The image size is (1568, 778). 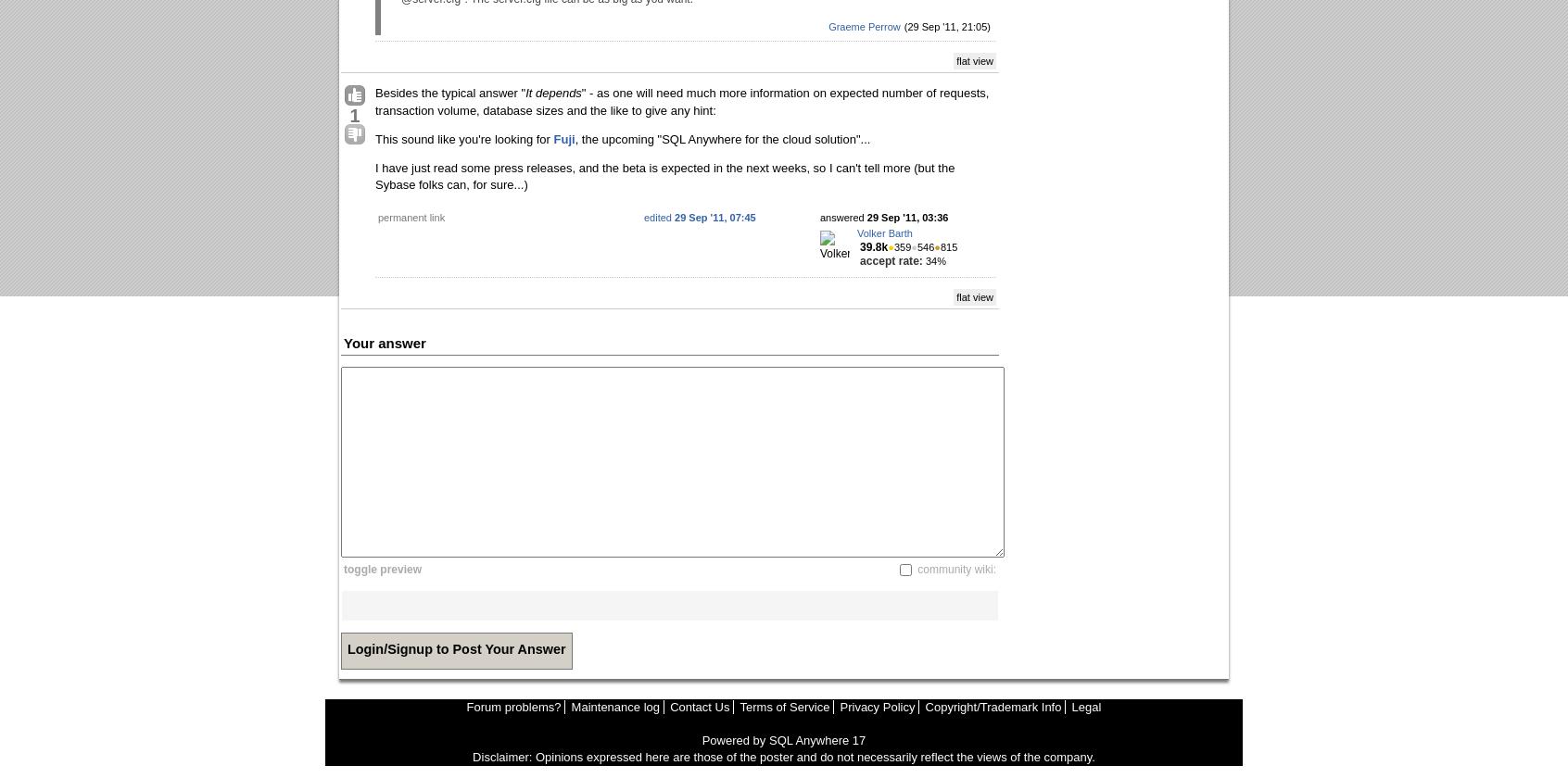 I want to click on 'I have just read some press releases, and the beta is expected in the next weeks, so I can't tell more (but the Sybase folks can, for sure...)', so click(x=664, y=176).